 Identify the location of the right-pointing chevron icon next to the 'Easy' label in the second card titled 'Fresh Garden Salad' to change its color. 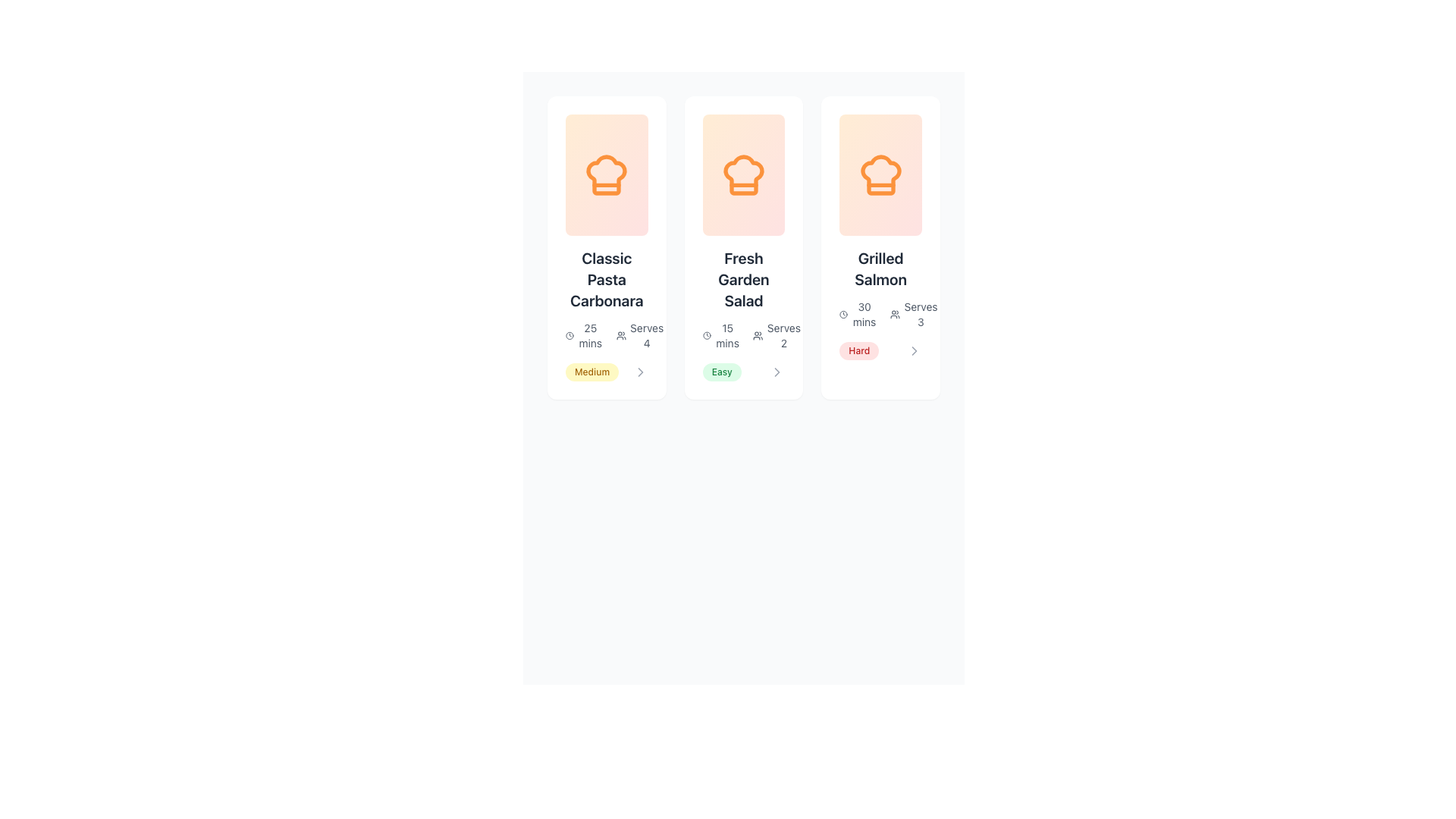
(777, 372).